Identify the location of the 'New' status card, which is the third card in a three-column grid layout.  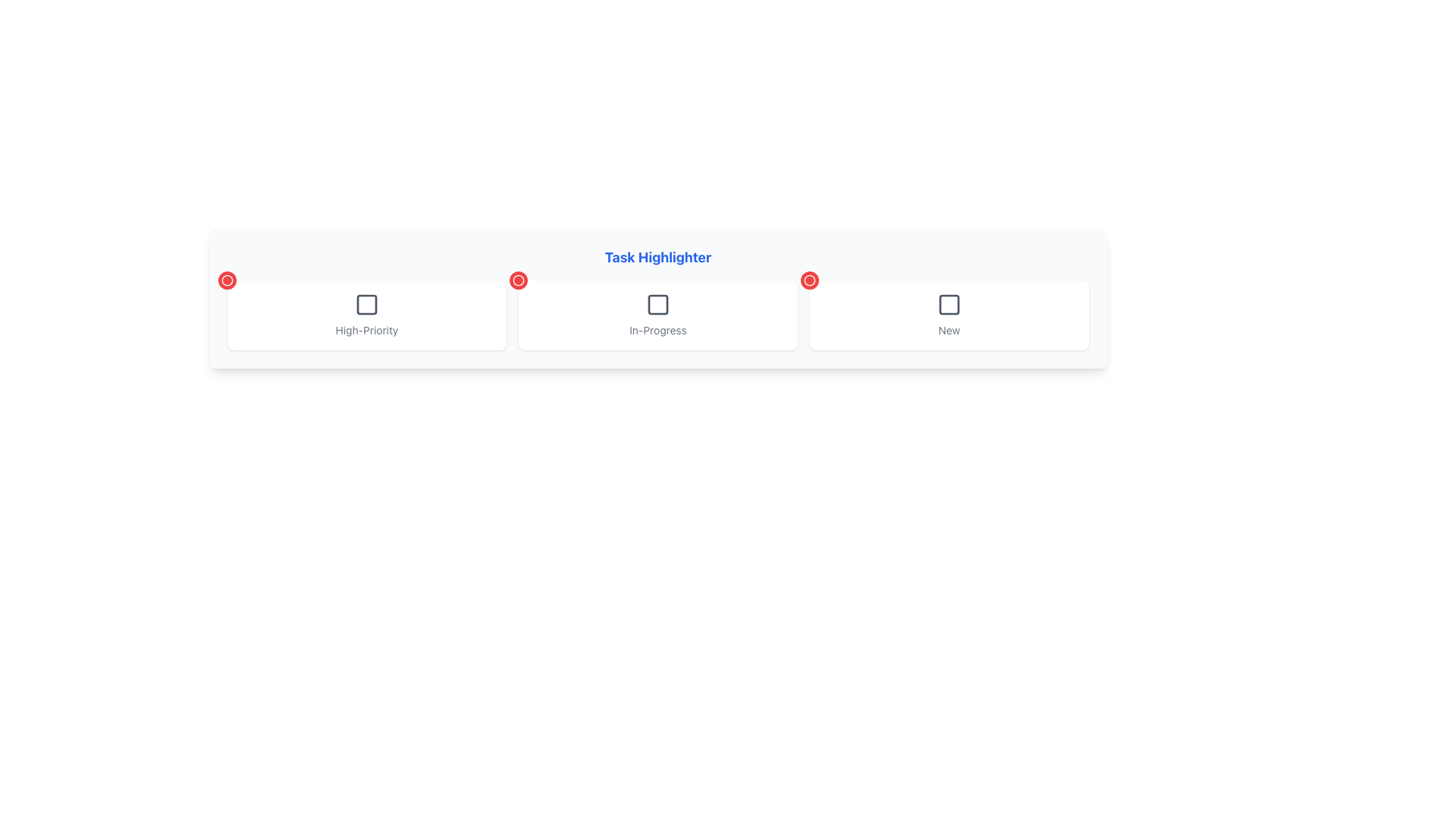
(949, 315).